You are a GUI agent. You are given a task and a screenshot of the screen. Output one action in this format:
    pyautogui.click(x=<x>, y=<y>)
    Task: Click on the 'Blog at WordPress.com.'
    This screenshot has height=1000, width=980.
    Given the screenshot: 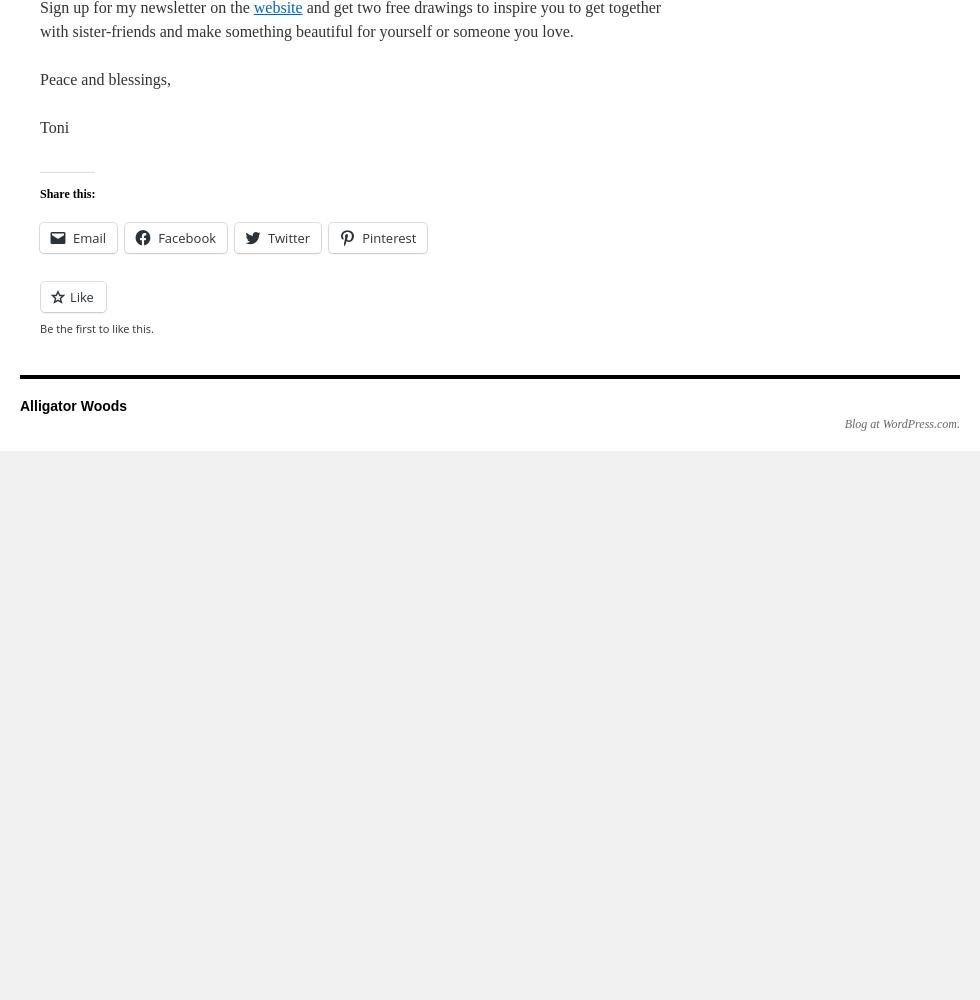 What is the action you would take?
    pyautogui.click(x=843, y=424)
    